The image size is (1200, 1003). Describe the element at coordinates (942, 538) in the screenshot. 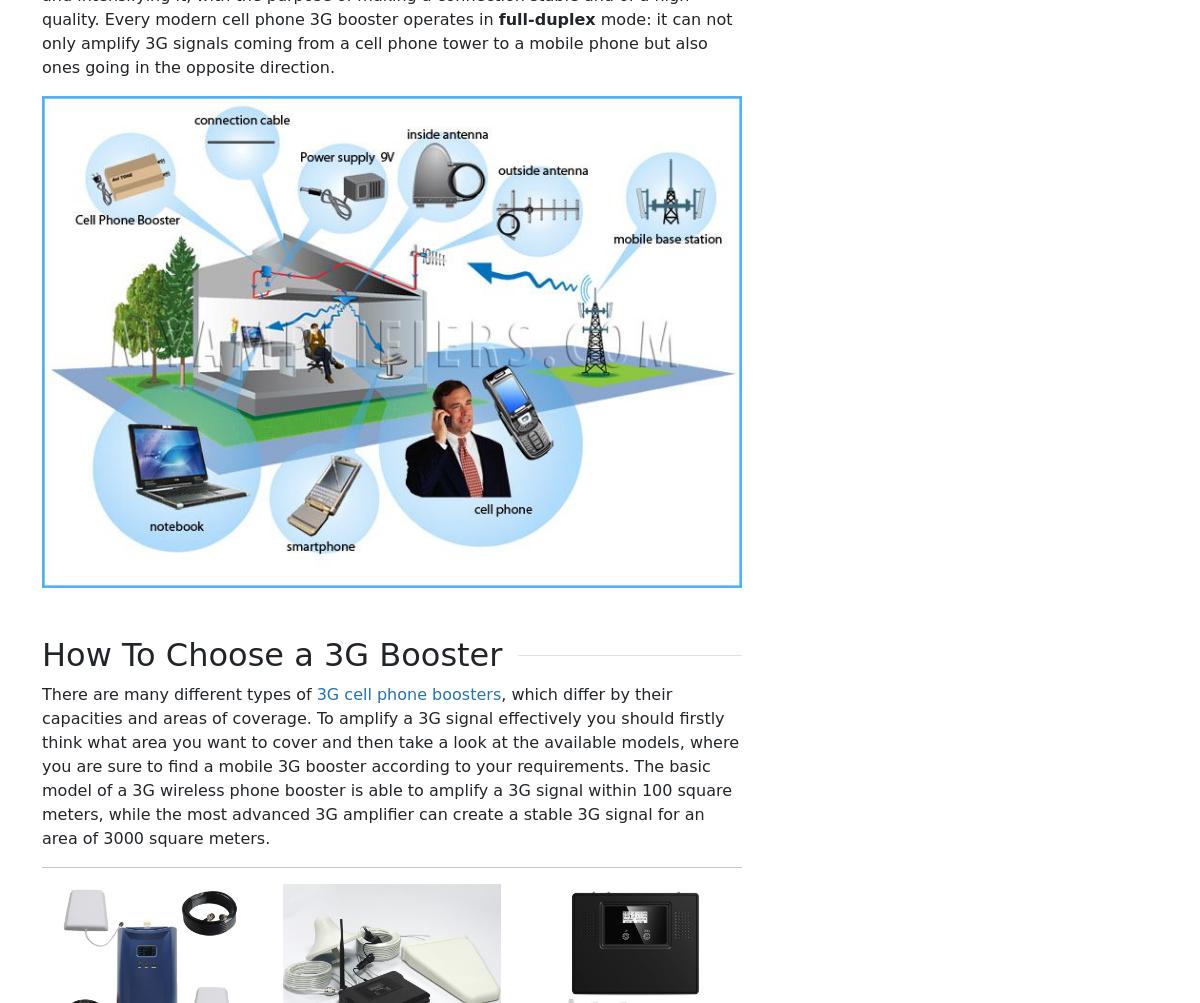

I see `'How It Works'` at that location.